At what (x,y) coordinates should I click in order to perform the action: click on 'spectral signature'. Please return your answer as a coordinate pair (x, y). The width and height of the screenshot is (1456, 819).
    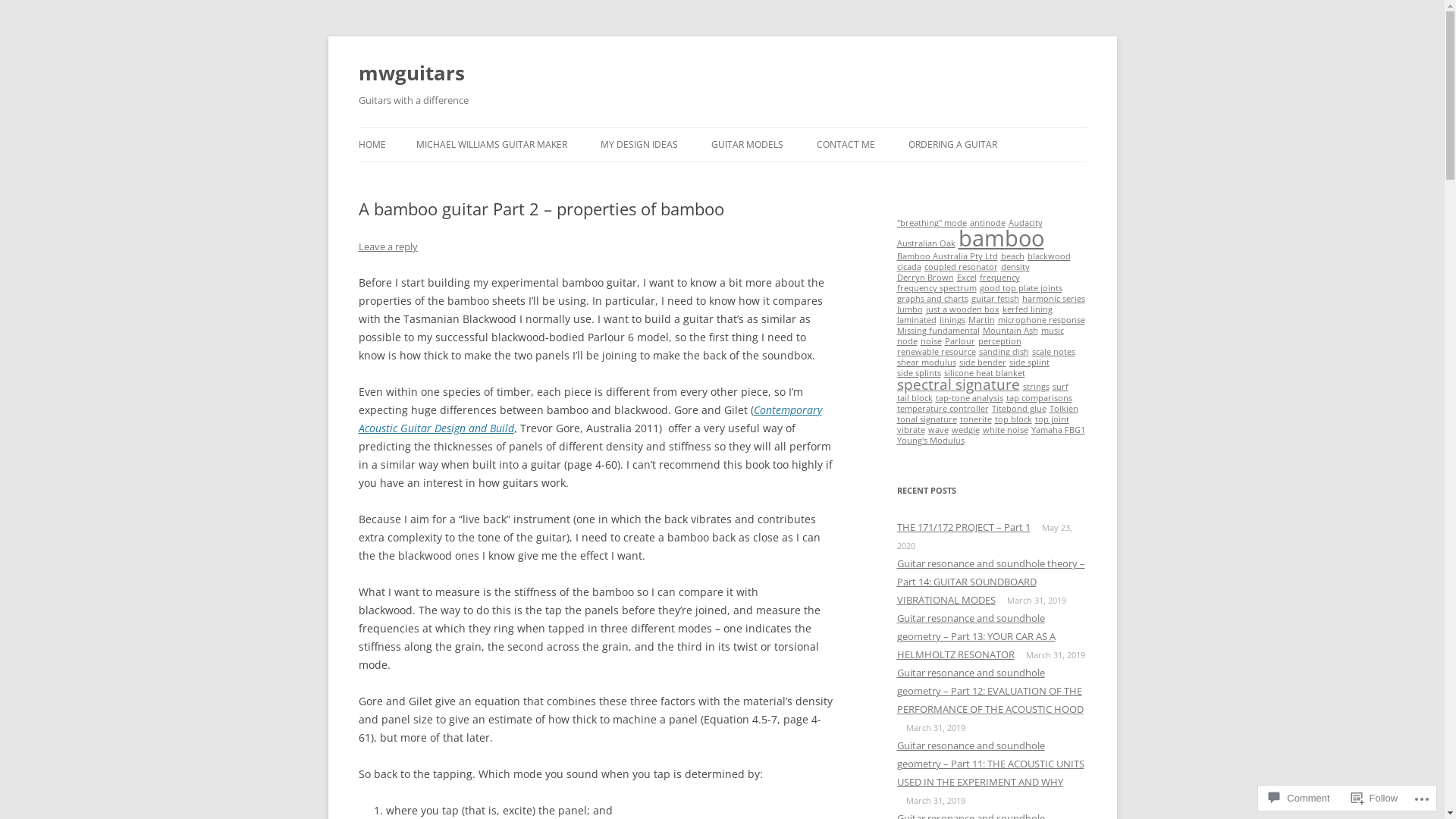
    Looking at the image, I should click on (956, 383).